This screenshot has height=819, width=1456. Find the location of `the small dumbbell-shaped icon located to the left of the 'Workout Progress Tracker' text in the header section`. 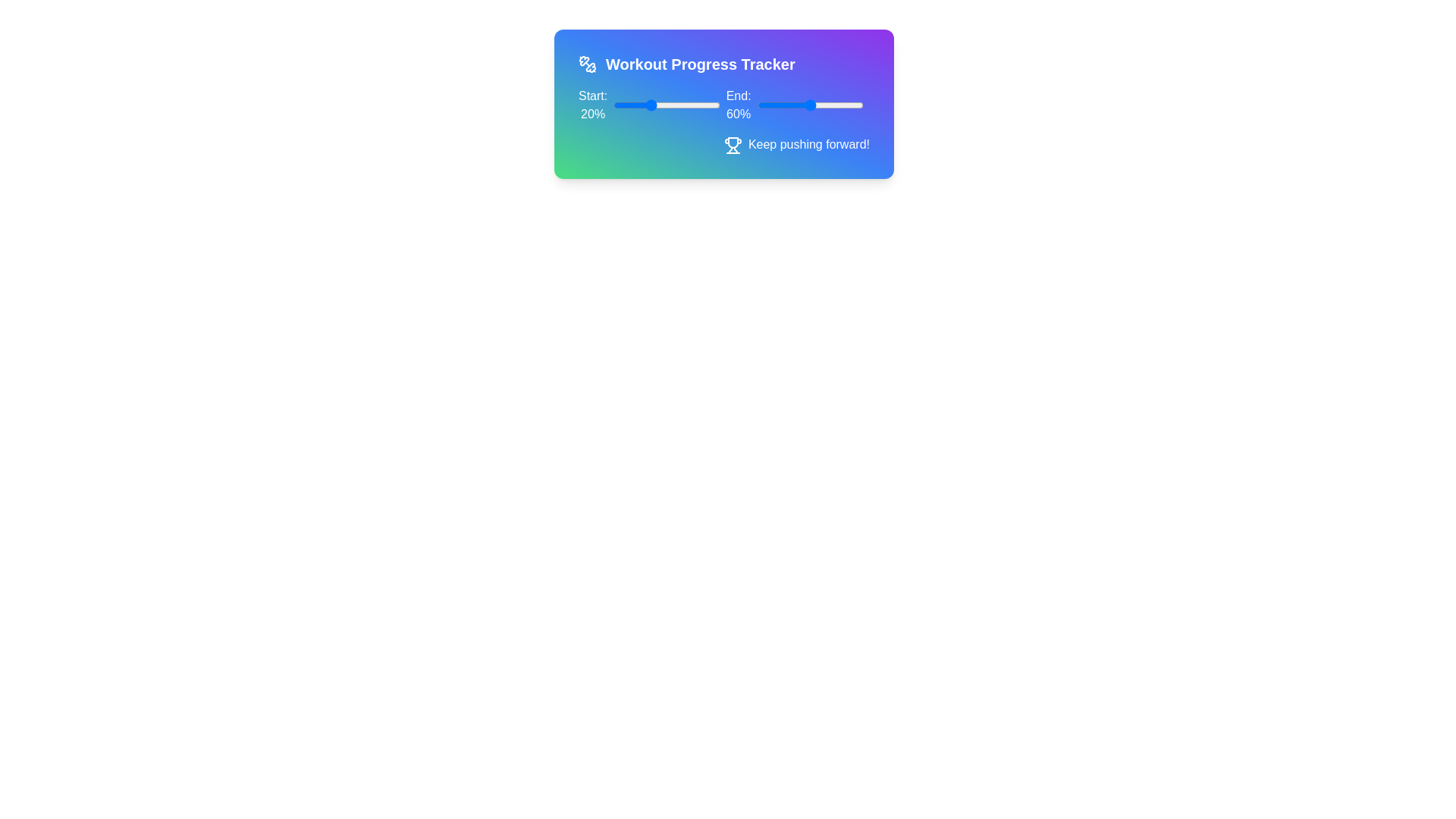

the small dumbbell-shaped icon located to the left of the 'Workout Progress Tracker' text in the header section is located at coordinates (586, 63).